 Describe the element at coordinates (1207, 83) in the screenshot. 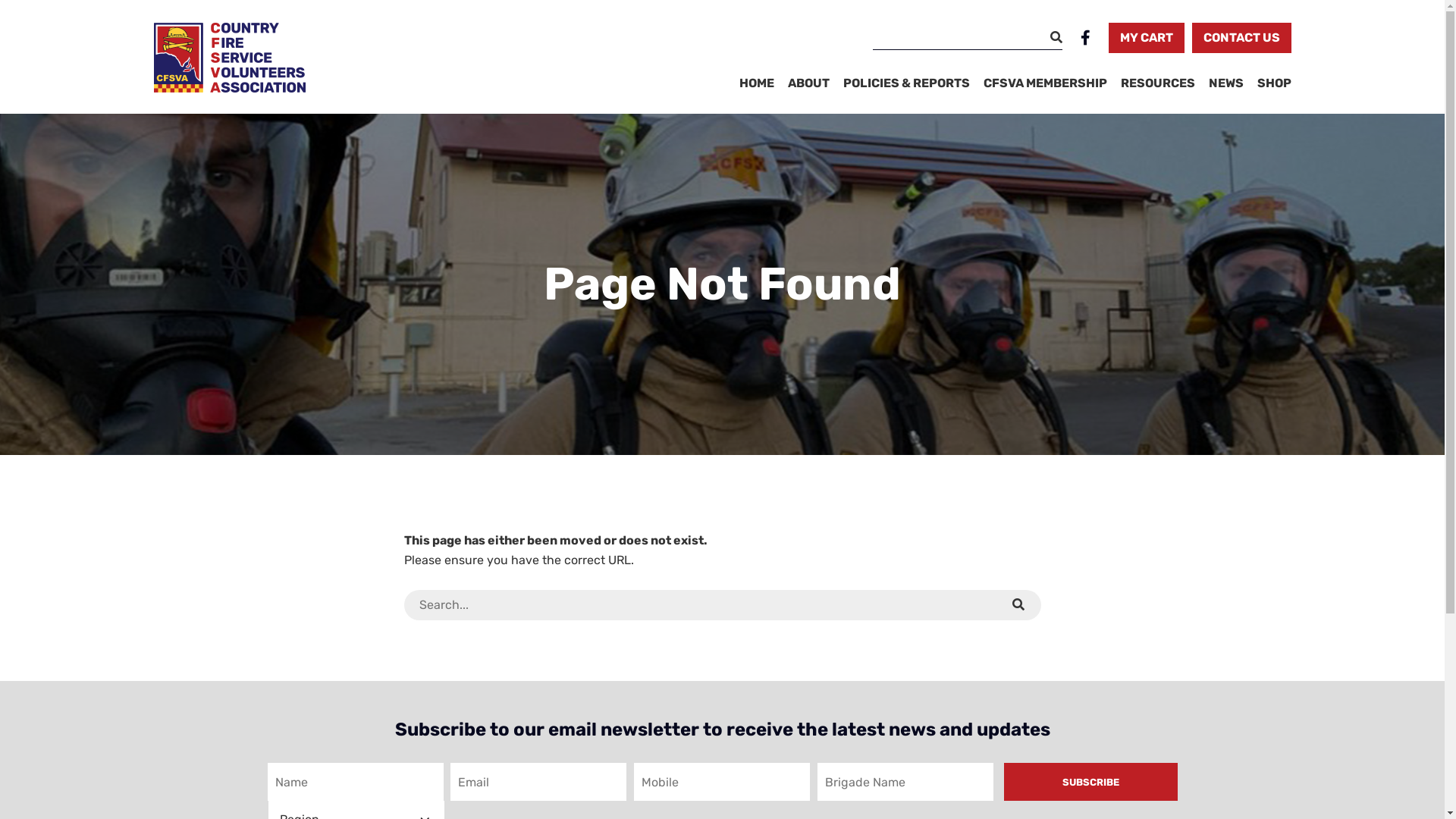

I see `'NEWS'` at that location.